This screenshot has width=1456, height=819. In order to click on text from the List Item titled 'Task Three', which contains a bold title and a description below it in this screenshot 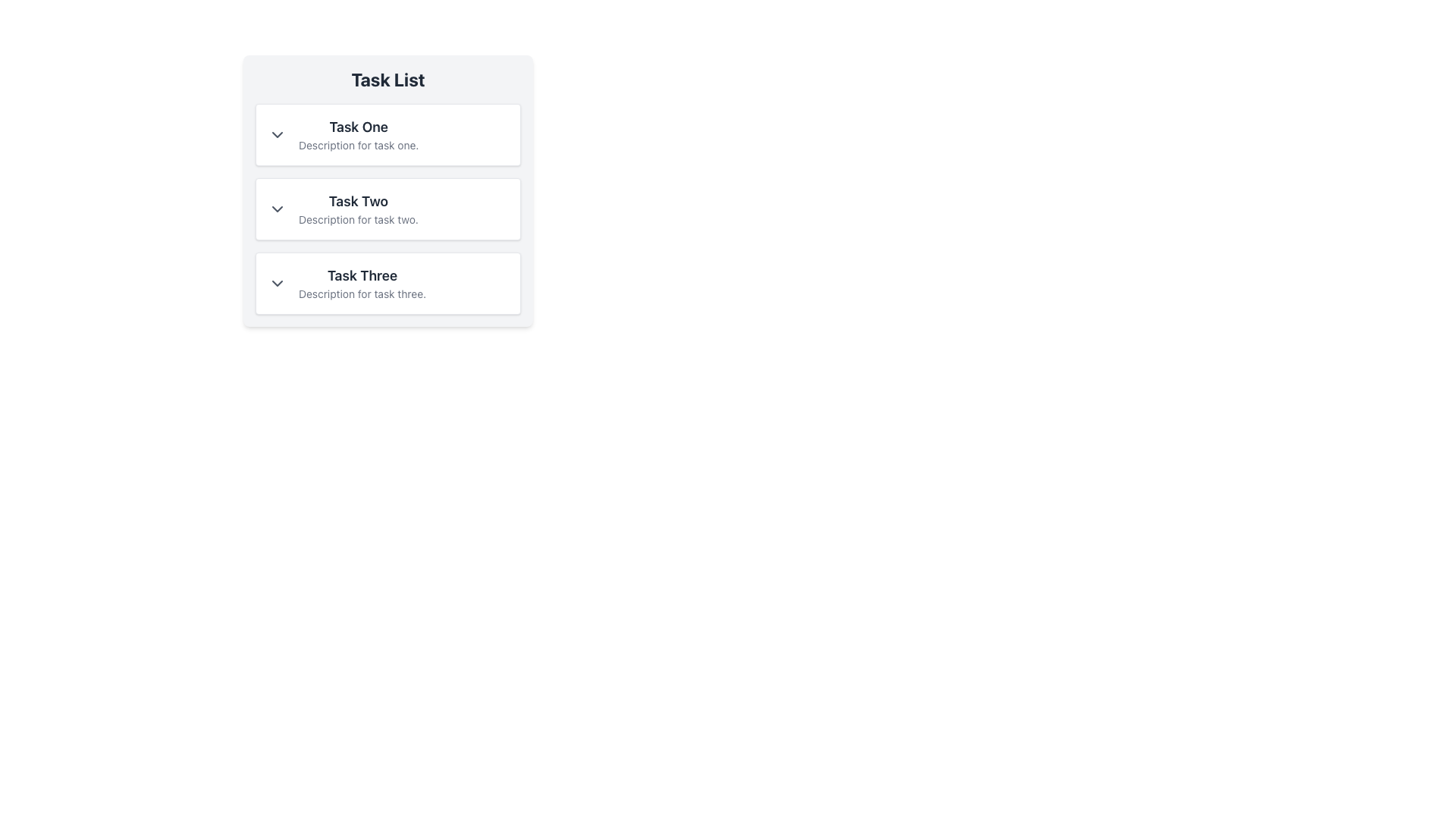, I will do `click(388, 284)`.